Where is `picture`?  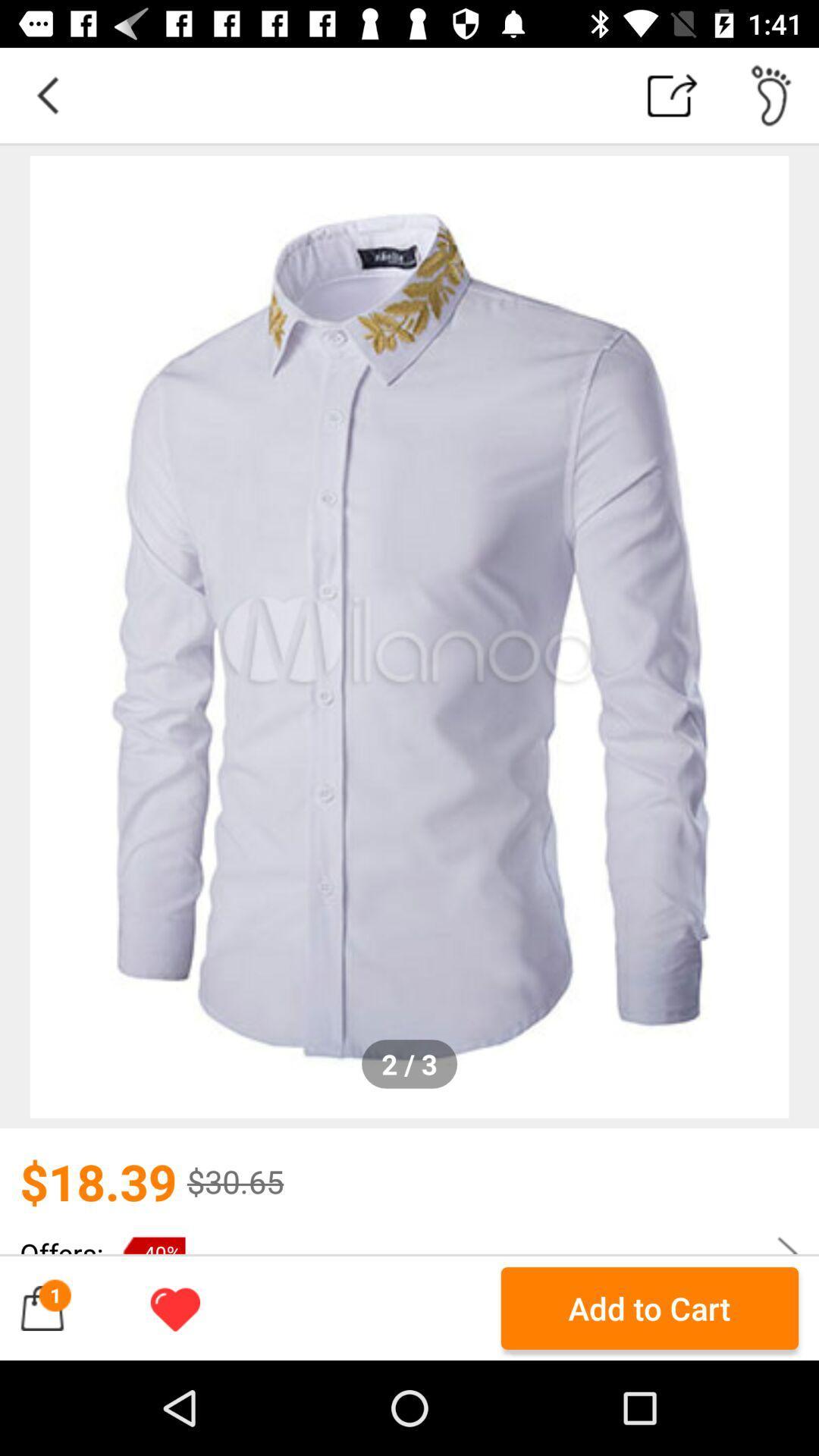 picture is located at coordinates (409, 637).